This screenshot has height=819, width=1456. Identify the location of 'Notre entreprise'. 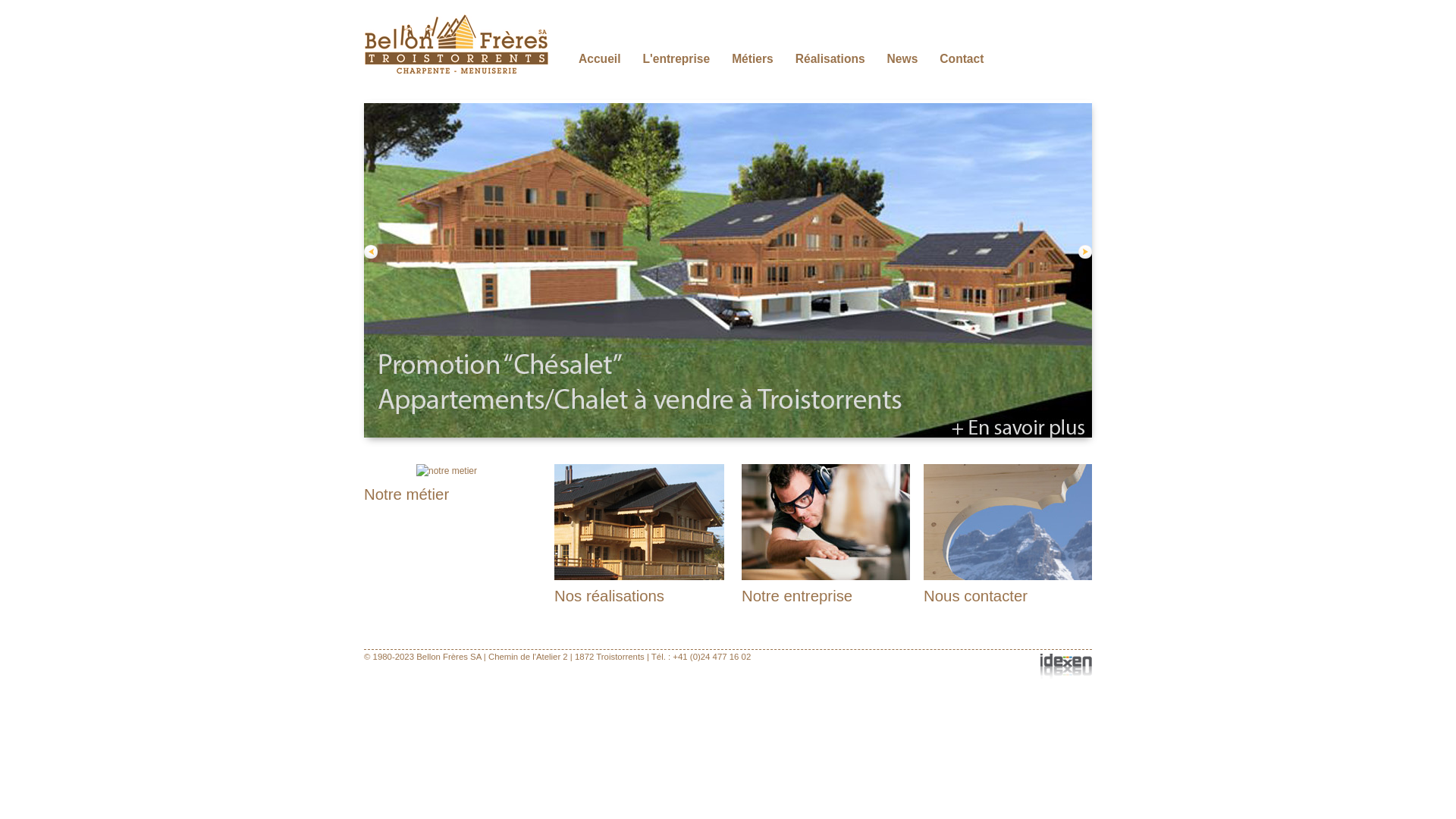
(796, 595).